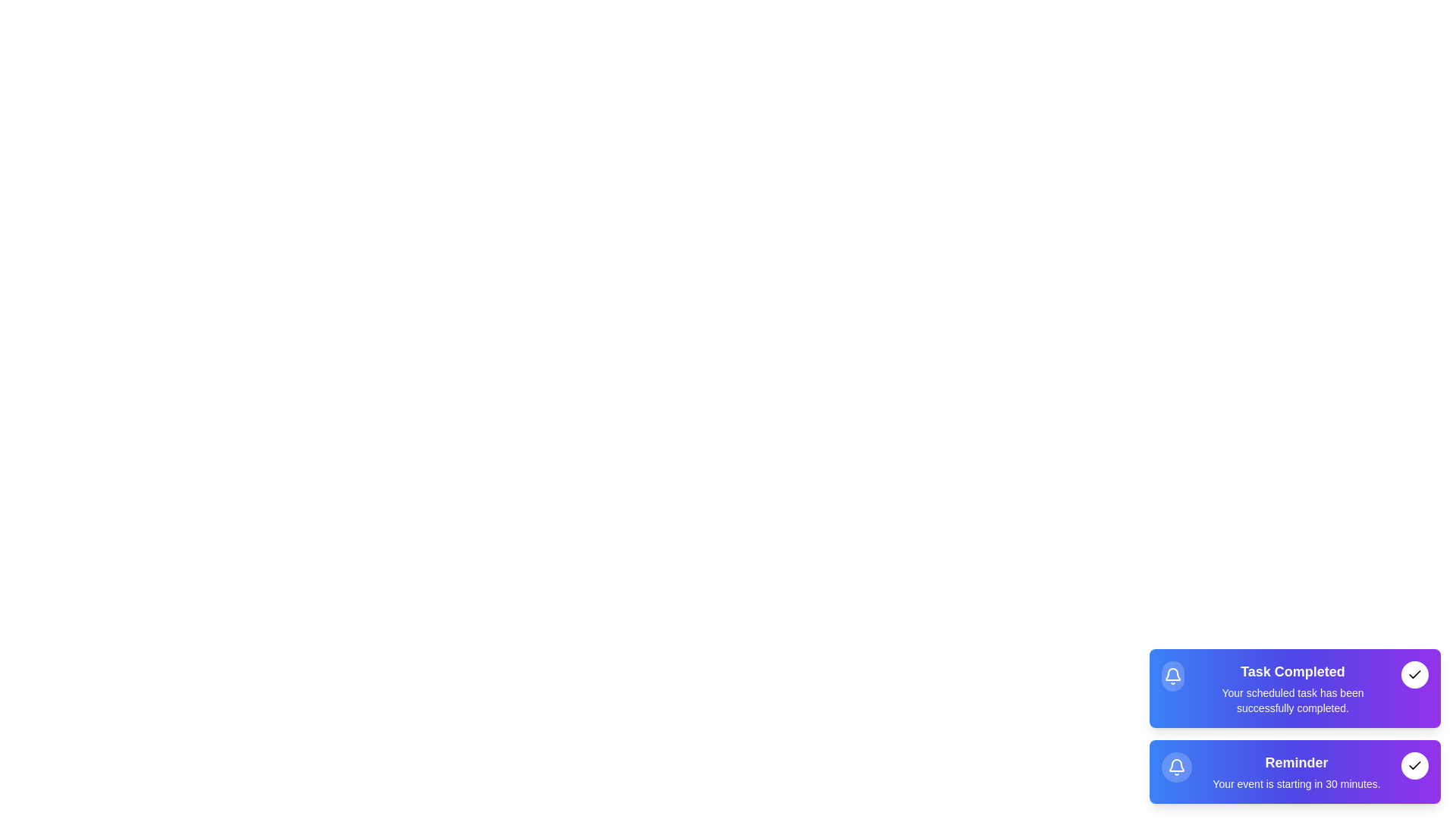 The height and width of the screenshot is (819, 1456). I want to click on the notification text for Reminder, so click(1295, 772).